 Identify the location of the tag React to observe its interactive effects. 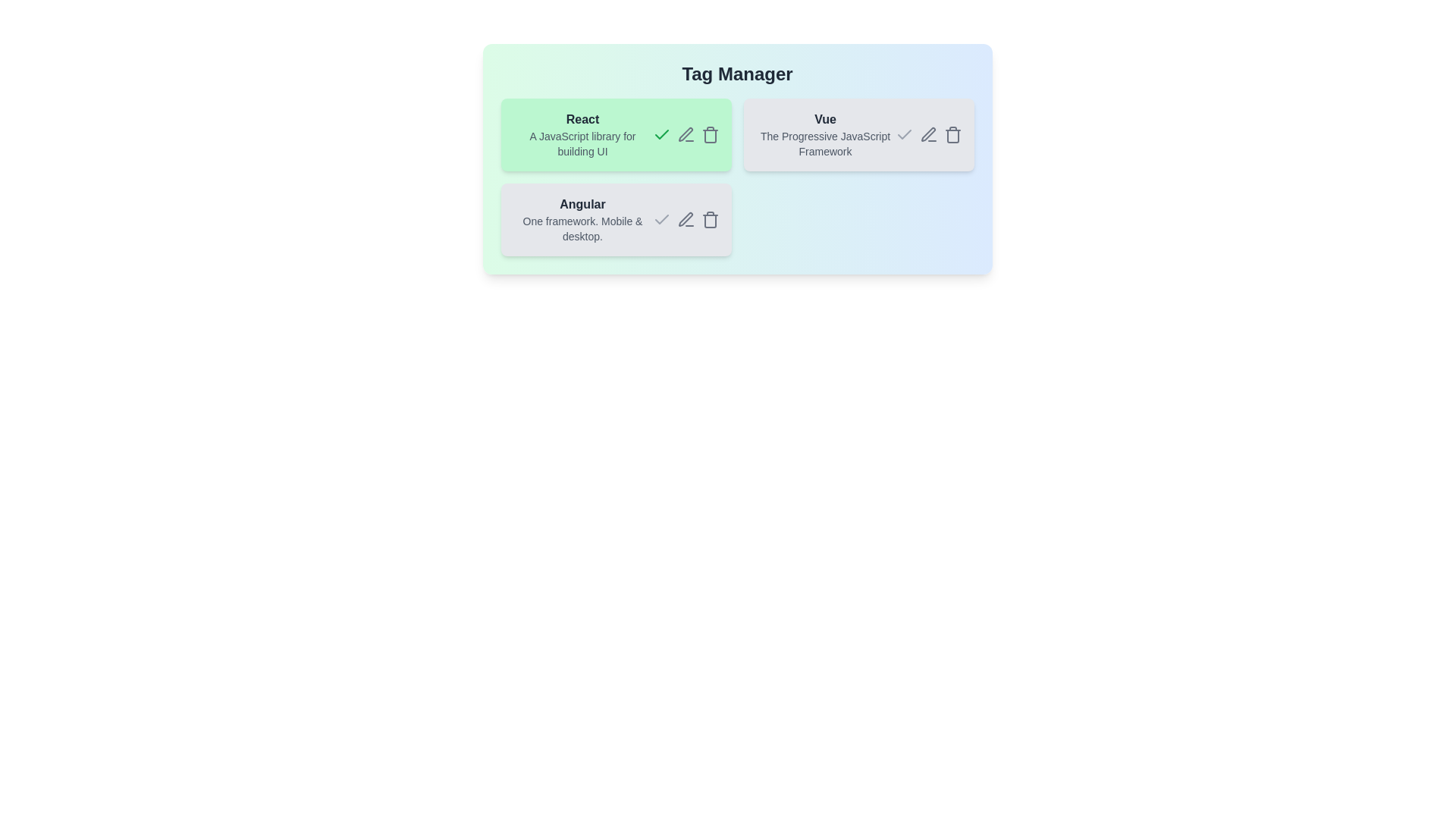
(582, 133).